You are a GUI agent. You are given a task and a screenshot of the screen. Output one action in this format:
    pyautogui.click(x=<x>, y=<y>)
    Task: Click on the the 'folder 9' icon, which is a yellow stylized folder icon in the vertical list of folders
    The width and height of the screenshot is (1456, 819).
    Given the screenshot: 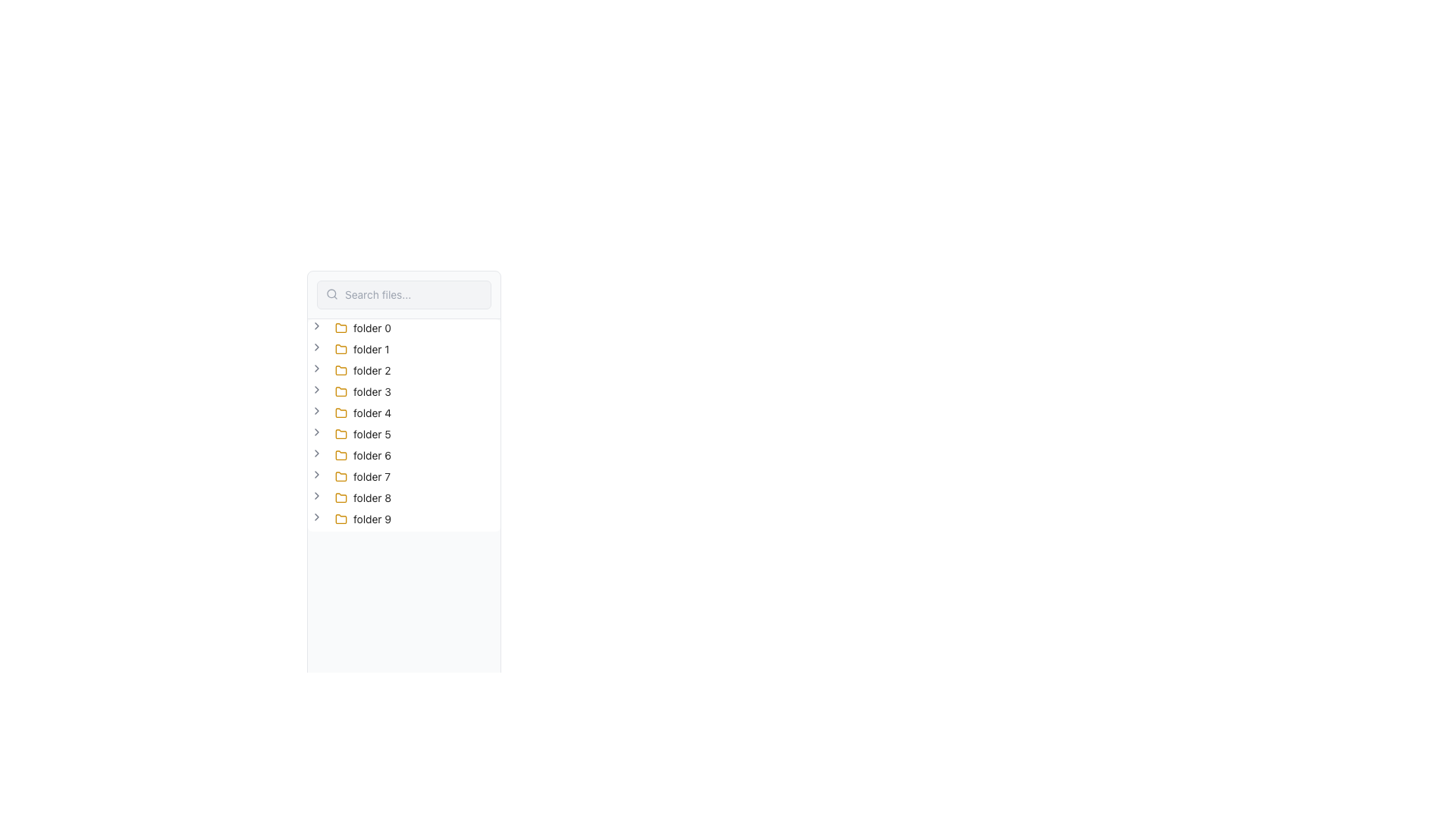 What is the action you would take?
    pyautogui.click(x=352, y=519)
    